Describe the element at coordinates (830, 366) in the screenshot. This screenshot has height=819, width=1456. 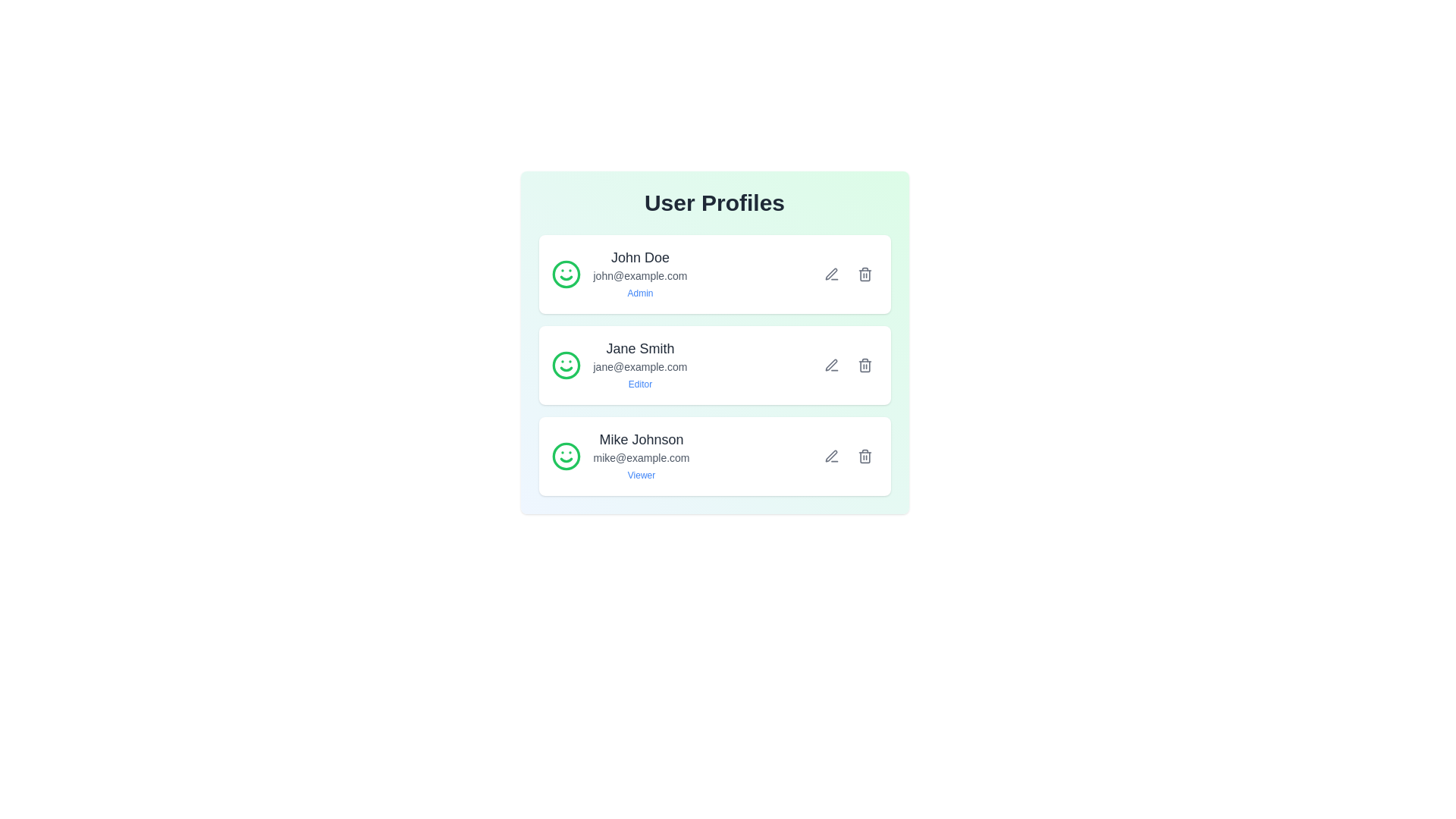
I see `the edit button for the user Jane Smith to modify their details` at that location.